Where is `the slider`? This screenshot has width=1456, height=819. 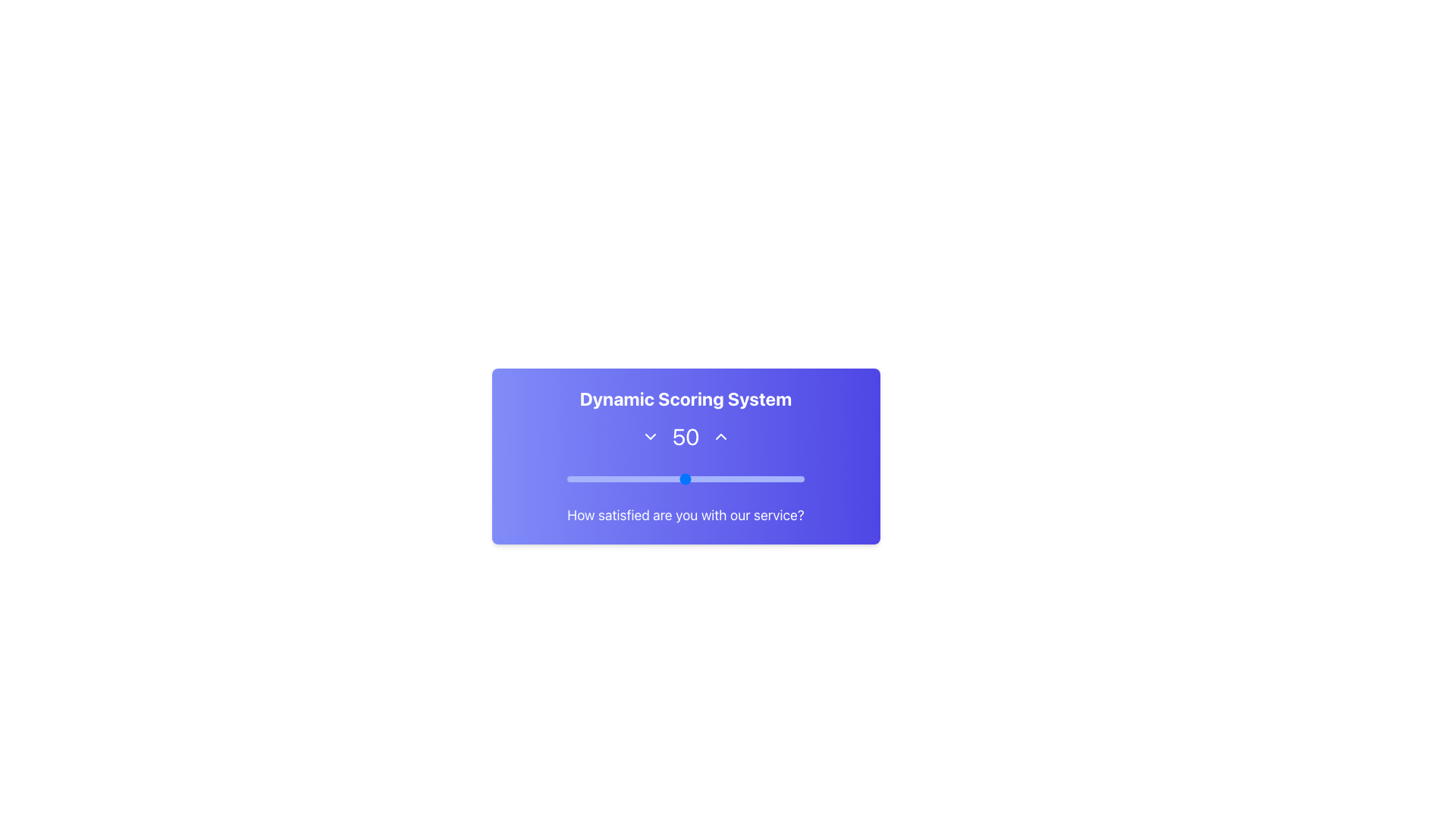
the slider is located at coordinates (706, 475).